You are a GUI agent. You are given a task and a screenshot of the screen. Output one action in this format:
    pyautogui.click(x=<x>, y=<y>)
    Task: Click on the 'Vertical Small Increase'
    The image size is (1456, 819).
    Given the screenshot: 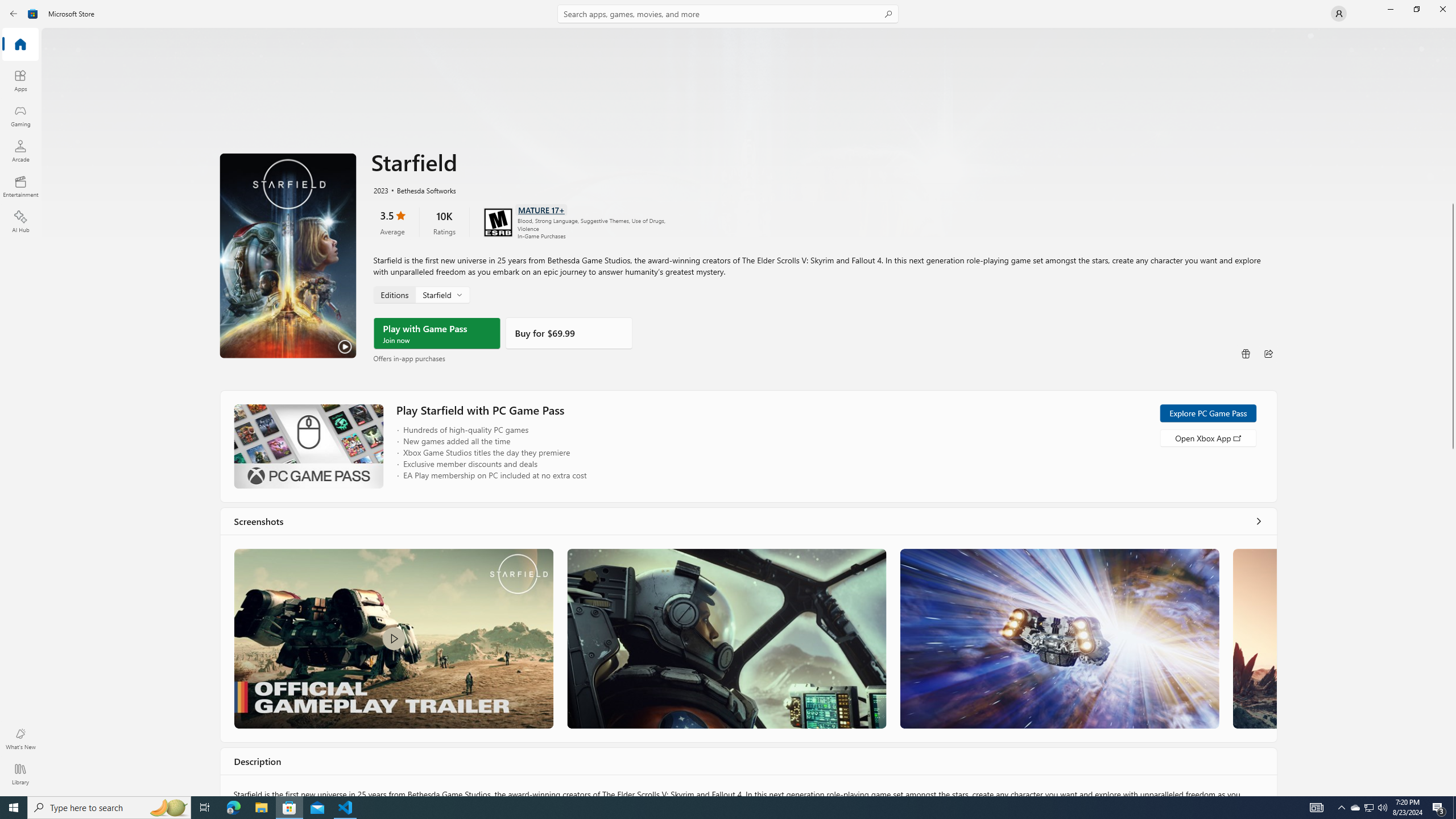 What is the action you would take?
    pyautogui.click(x=1451, y=792)
    